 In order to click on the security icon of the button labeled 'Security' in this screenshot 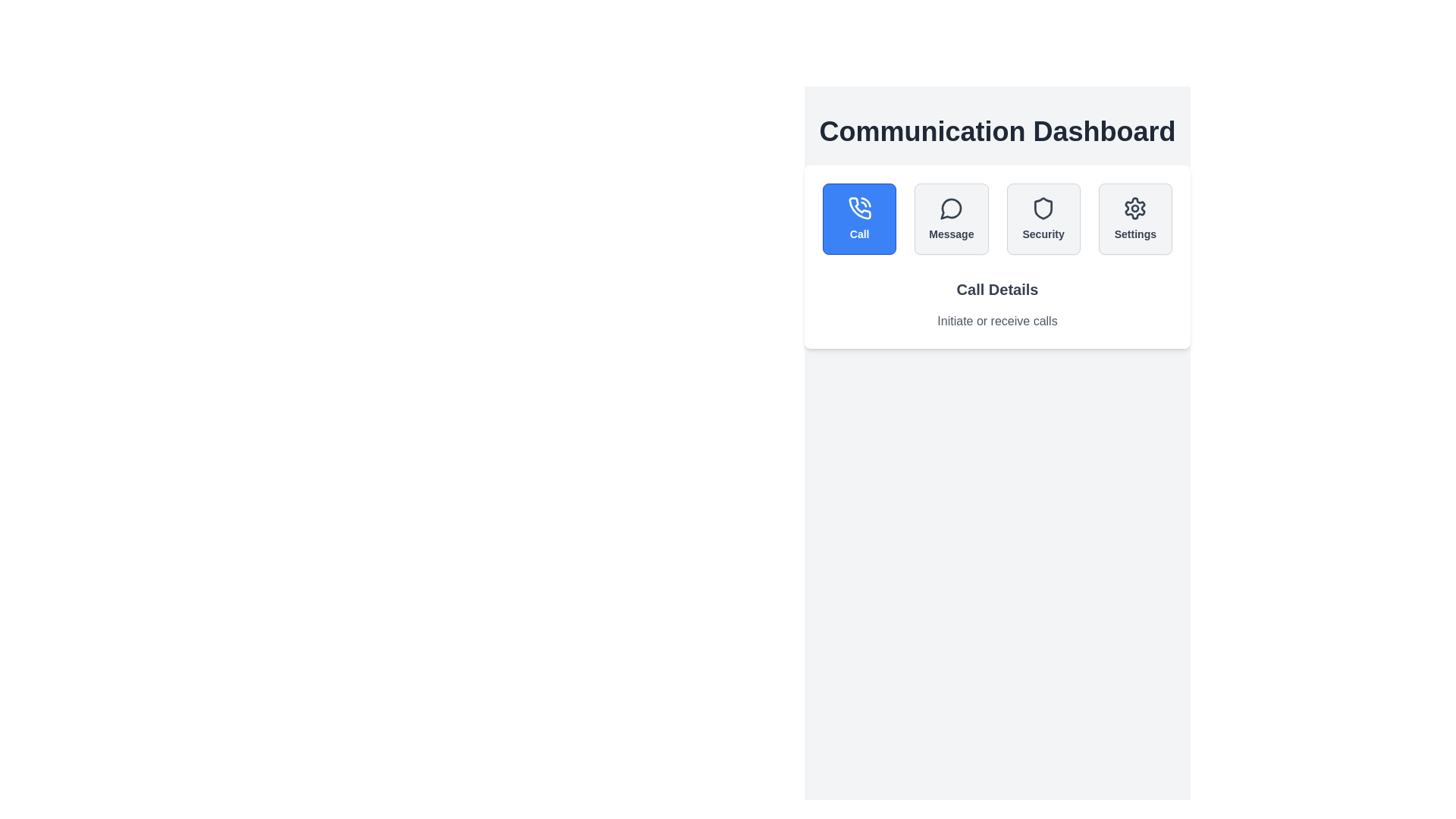, I will do `click(1043, 208)`.